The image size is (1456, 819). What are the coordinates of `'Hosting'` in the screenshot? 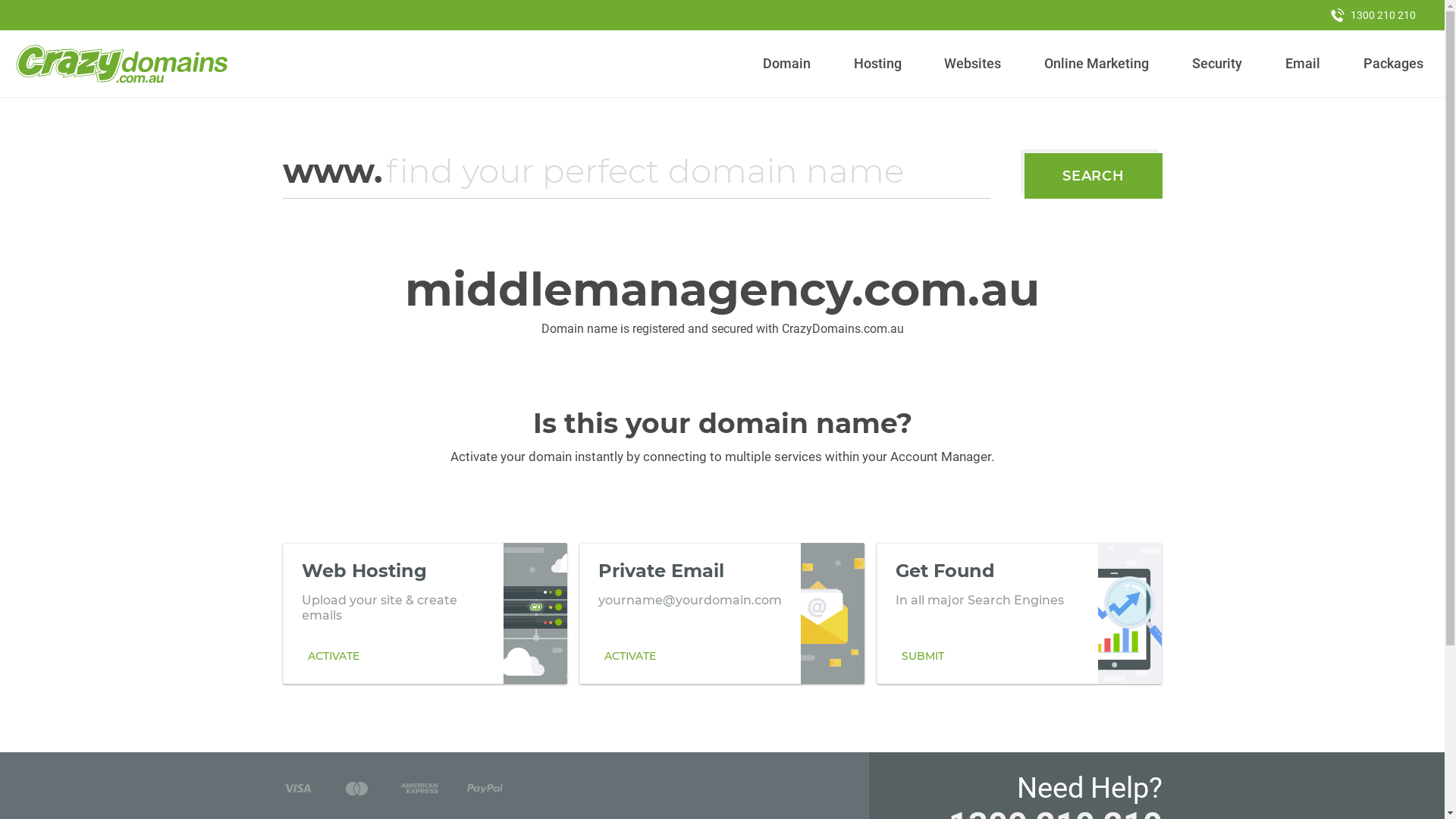 It's located at (877, 63).